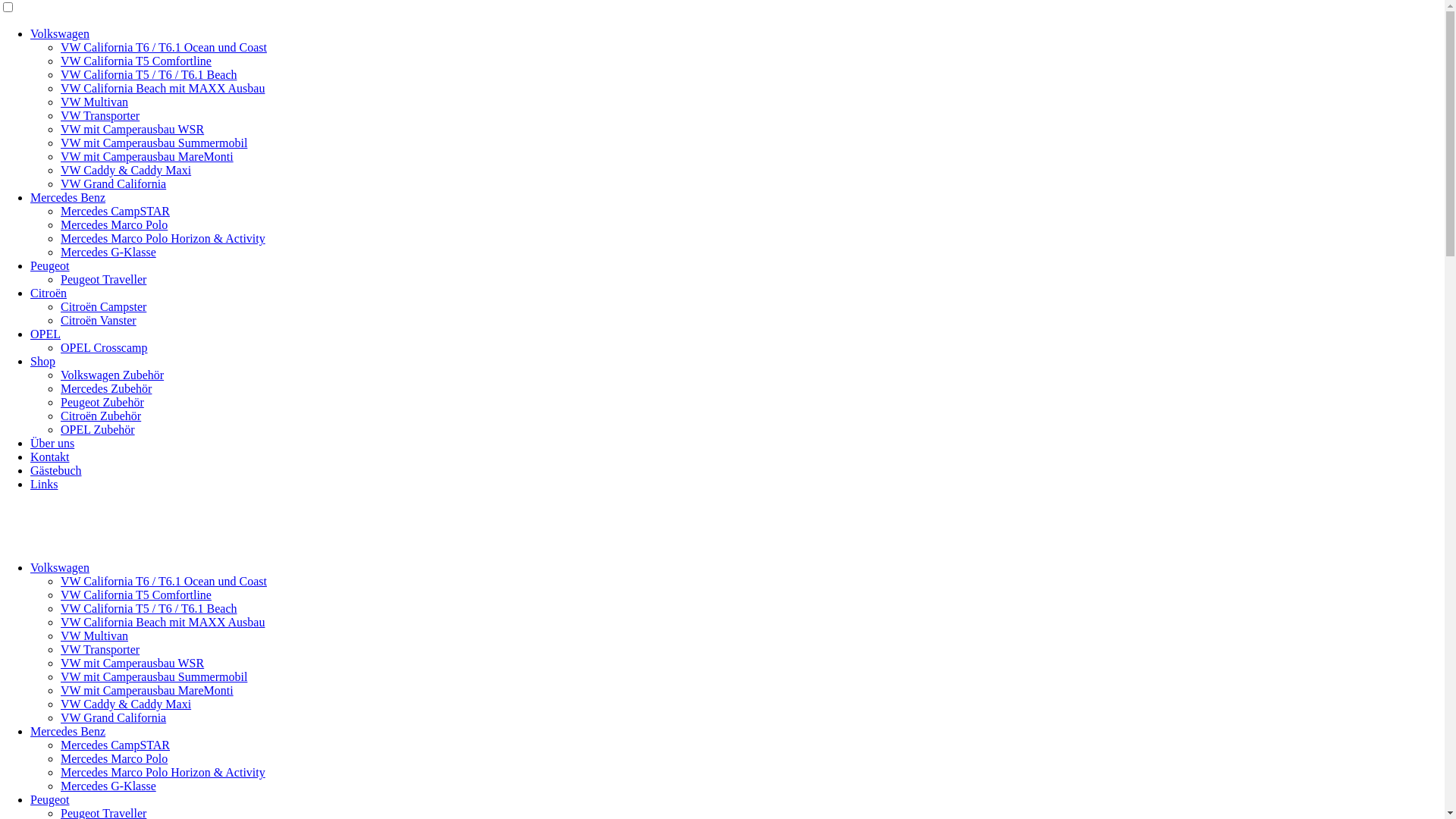 The height and width of the screenshot is (819, 1456). What do you see at coordinates (149, 74) in the screenshot?
I see `'VW California T5 / T6 / T6.1 Beach'` at bounding box center [149, 74].